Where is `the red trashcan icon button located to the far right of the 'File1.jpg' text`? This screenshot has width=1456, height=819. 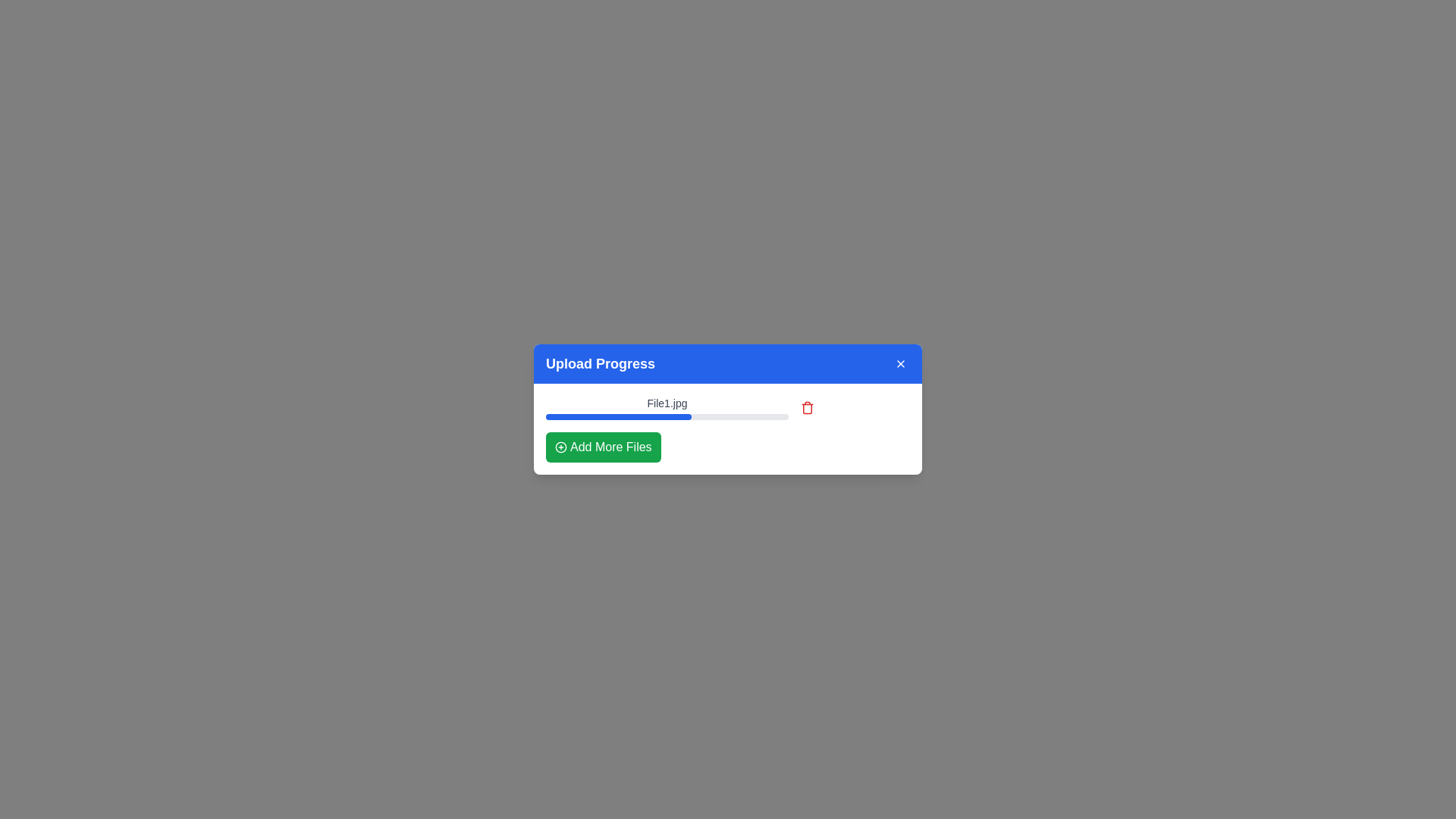
the red trashcan icon button located to the far right of the 'File1.jpg' text is located at coordinates (807, 406).